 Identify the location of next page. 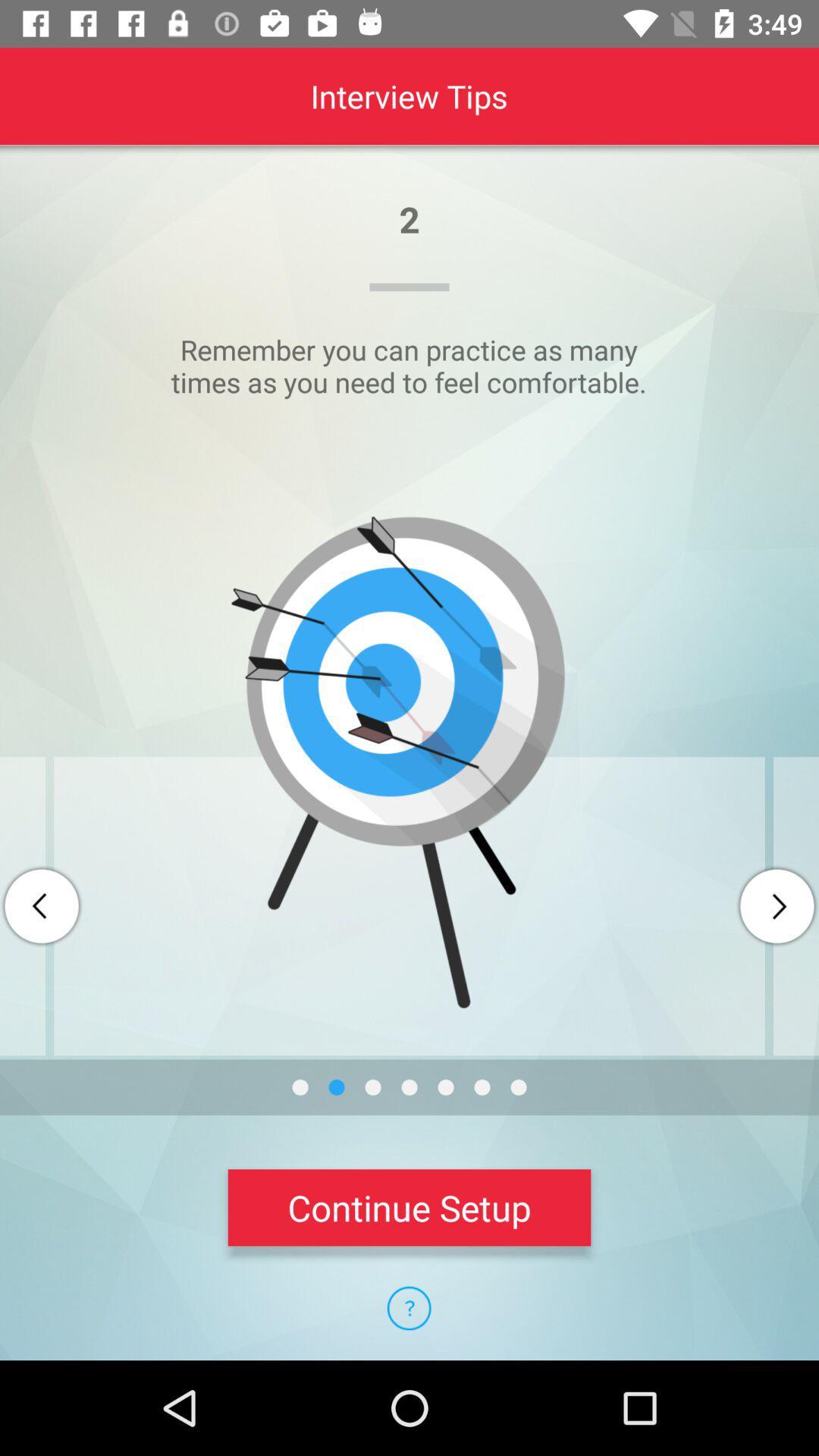
(777, 906).